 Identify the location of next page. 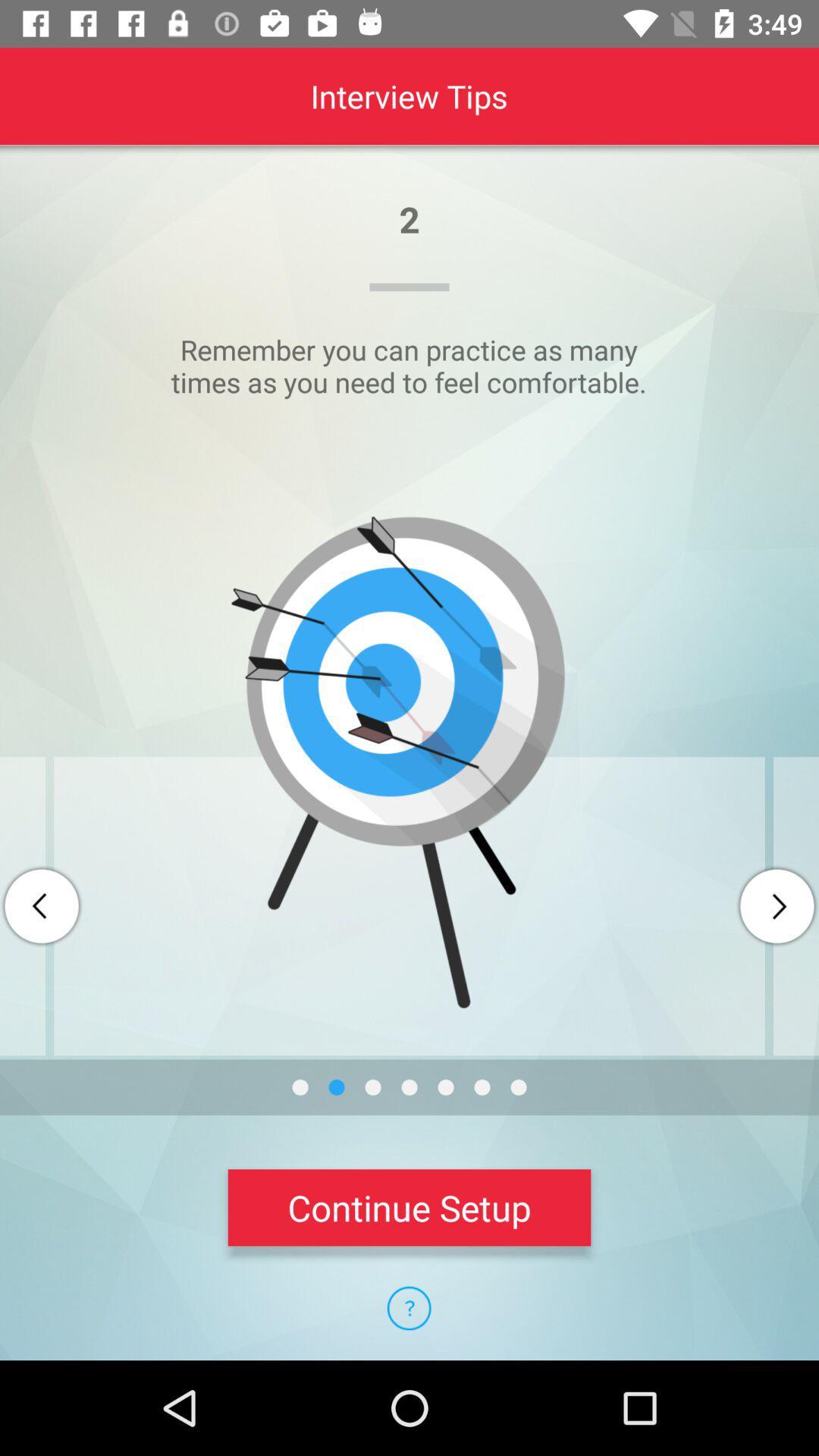
(777, 906).